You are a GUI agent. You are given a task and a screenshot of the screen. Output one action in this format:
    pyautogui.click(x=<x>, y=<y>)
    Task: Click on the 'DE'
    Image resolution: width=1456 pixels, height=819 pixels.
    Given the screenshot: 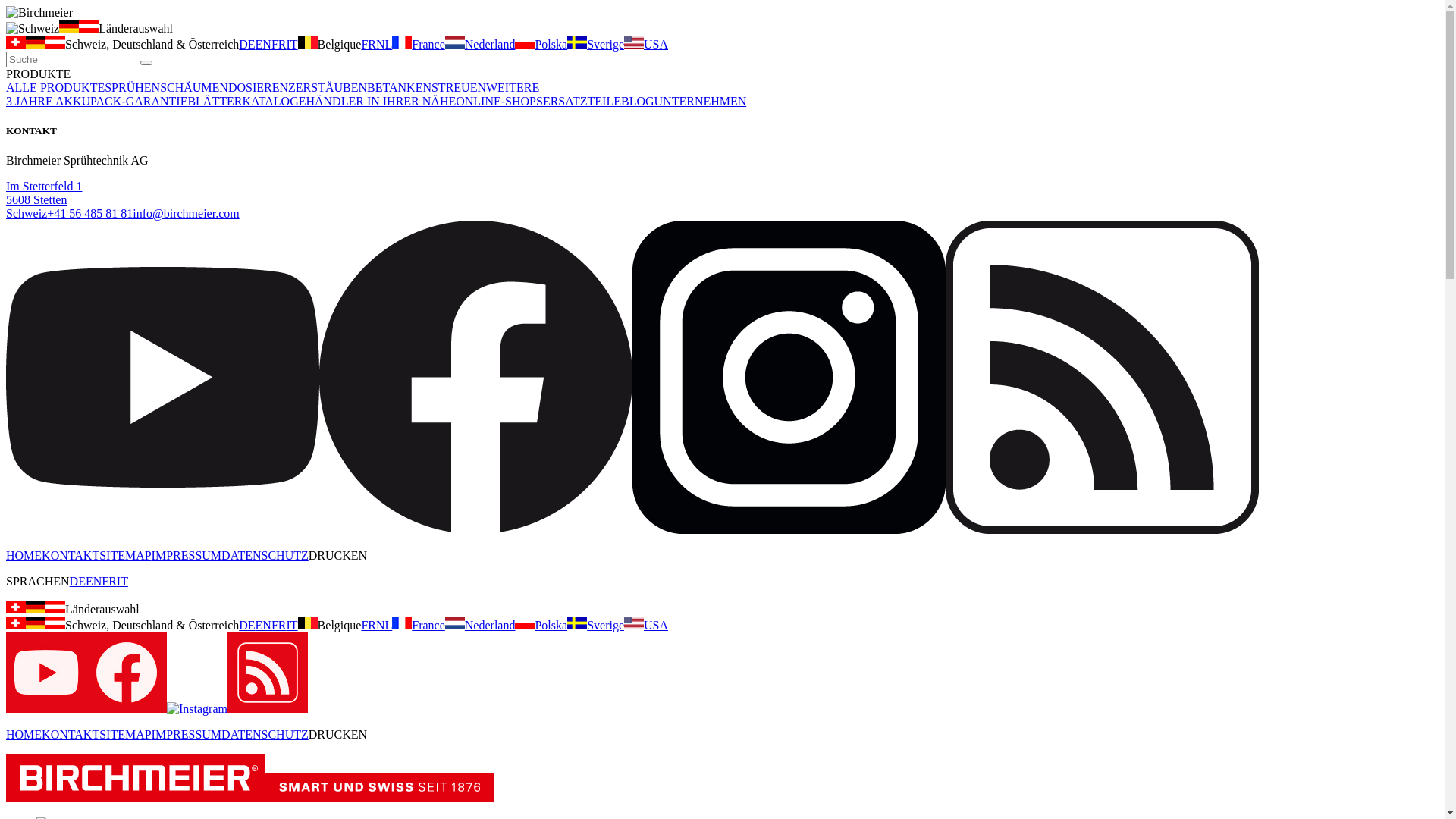 What is the action you would take?
    pyautogui.click(x=246, y=625)
    